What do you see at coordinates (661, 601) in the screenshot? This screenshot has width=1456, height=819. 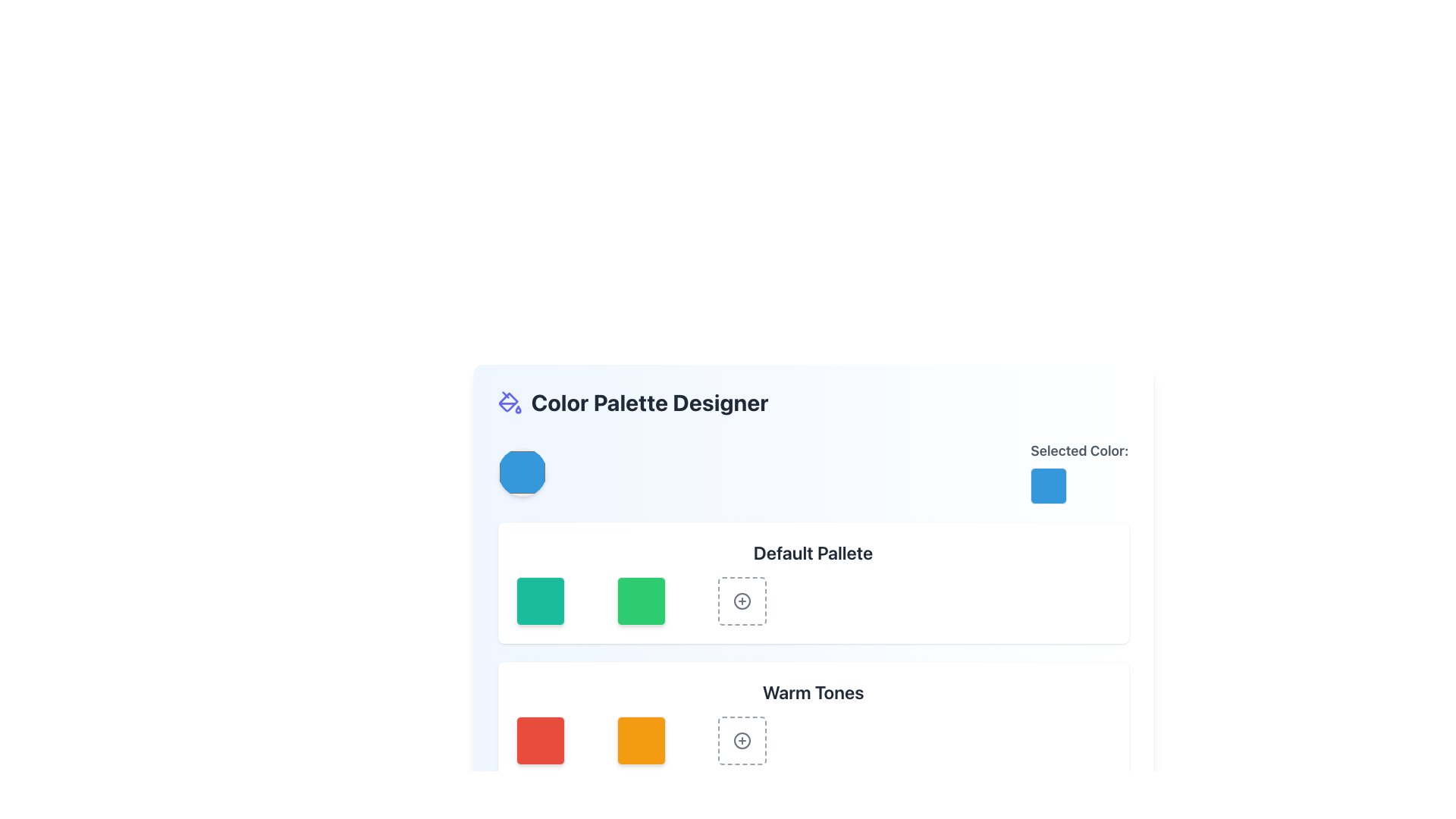 I see `the second selectable color tile in the Default Palette section for additional options` at bounding box center [661, 601].